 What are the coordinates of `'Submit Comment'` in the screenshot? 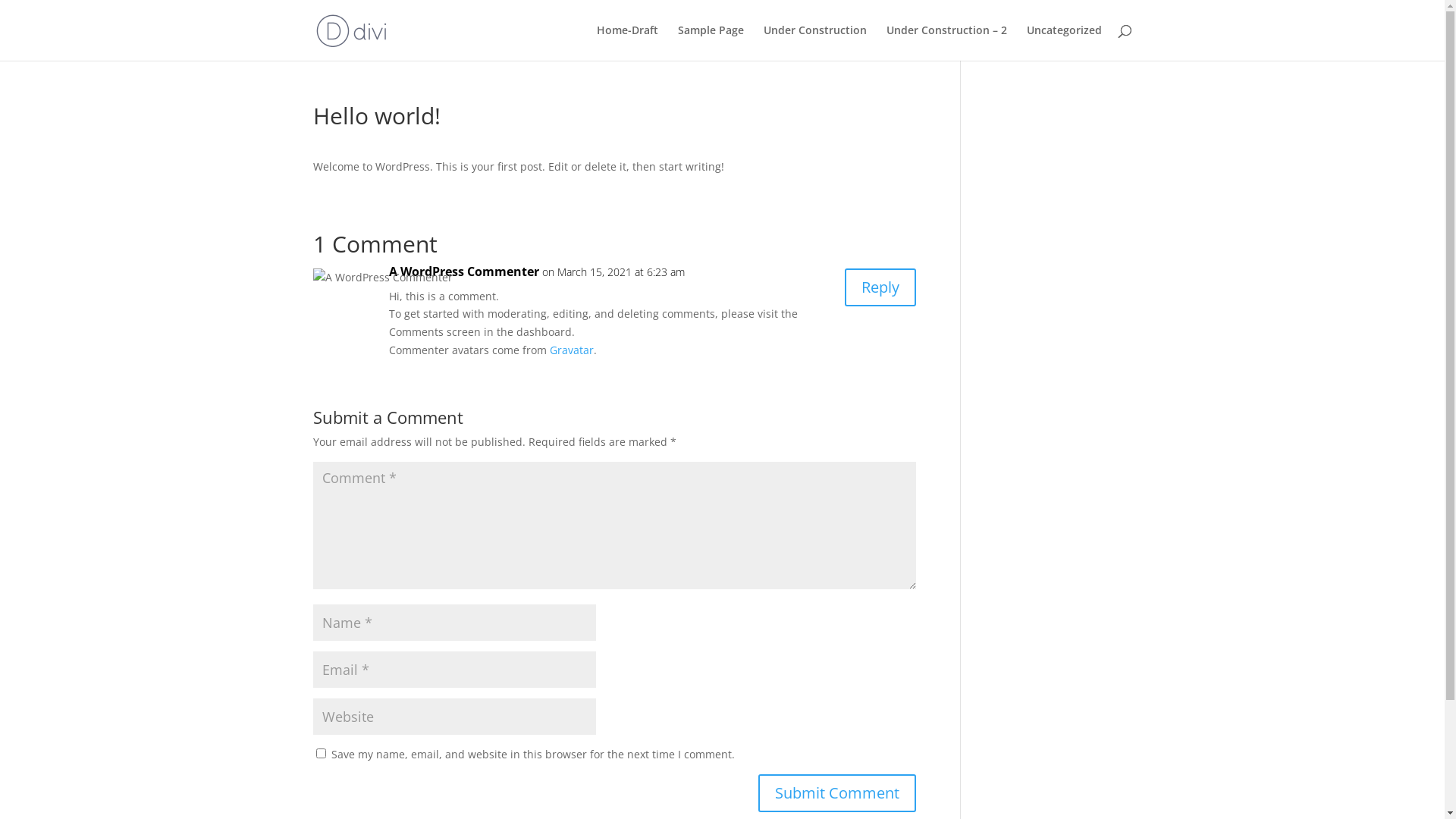 It's located at (836, 792).